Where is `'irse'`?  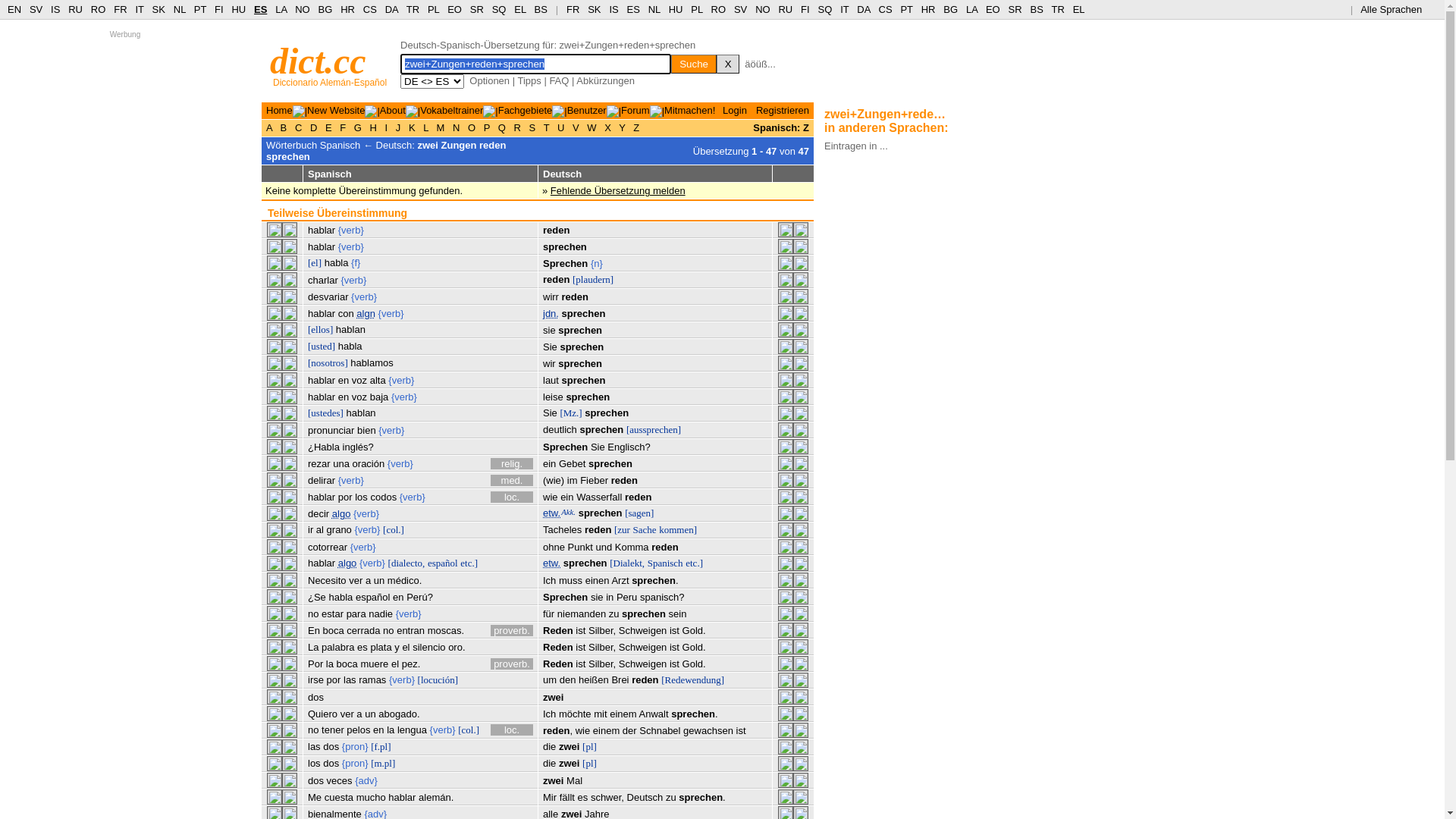
'irse' is located at coordinates (307, 679).